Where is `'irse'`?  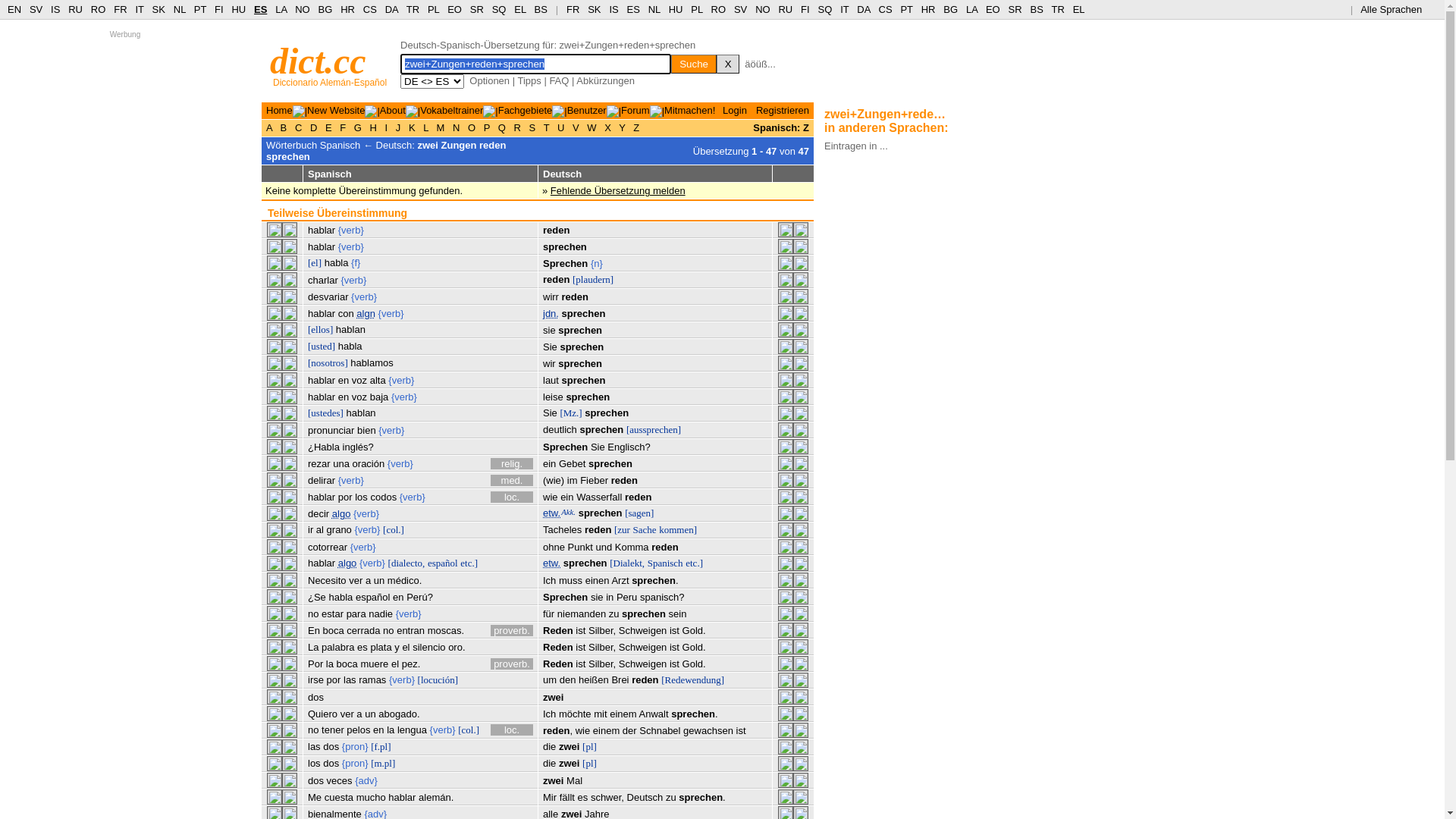
'irse' is located at coordinates (307, 679).